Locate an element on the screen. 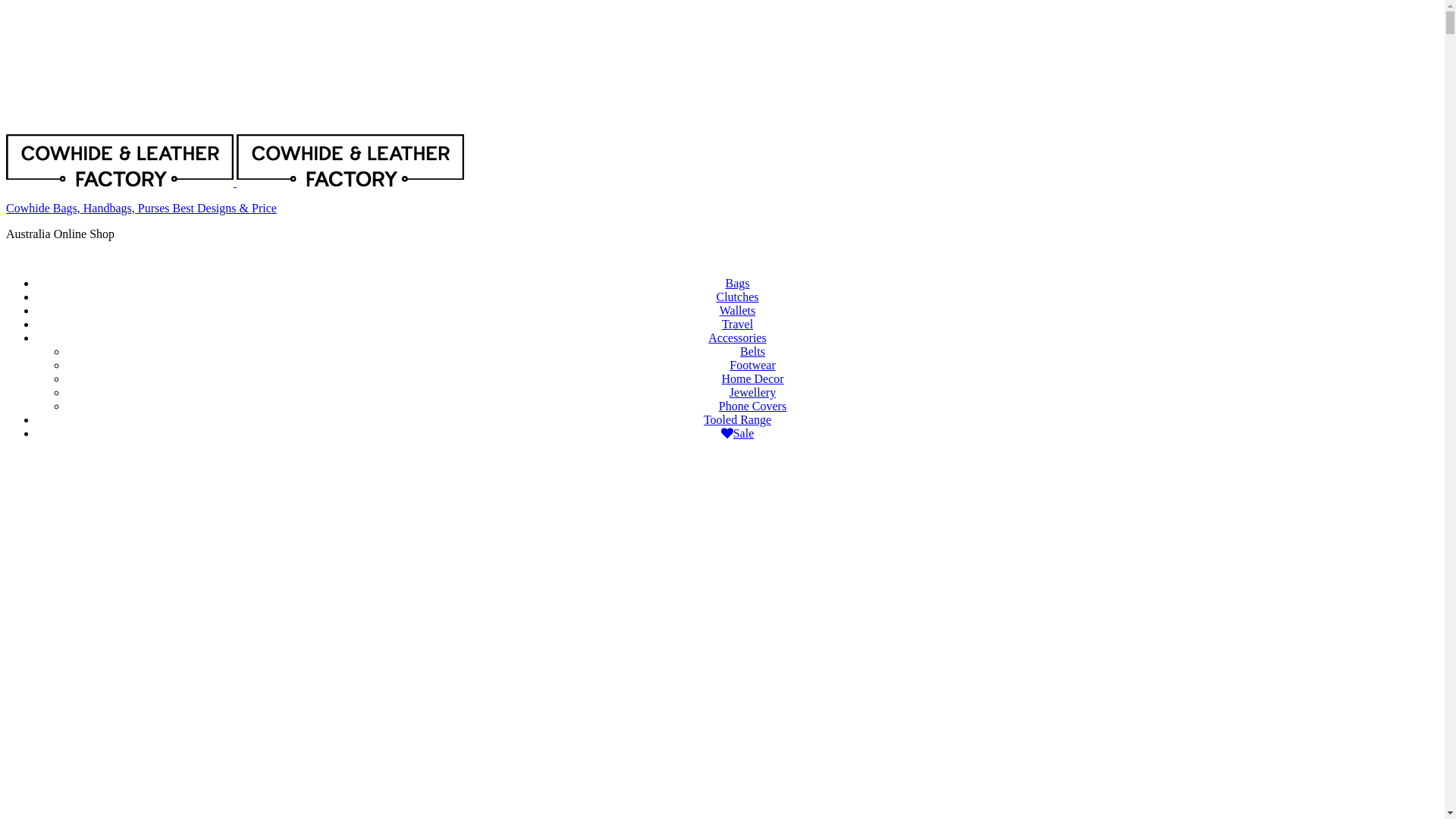  'Accessories' is located at coordinates (736, 337).